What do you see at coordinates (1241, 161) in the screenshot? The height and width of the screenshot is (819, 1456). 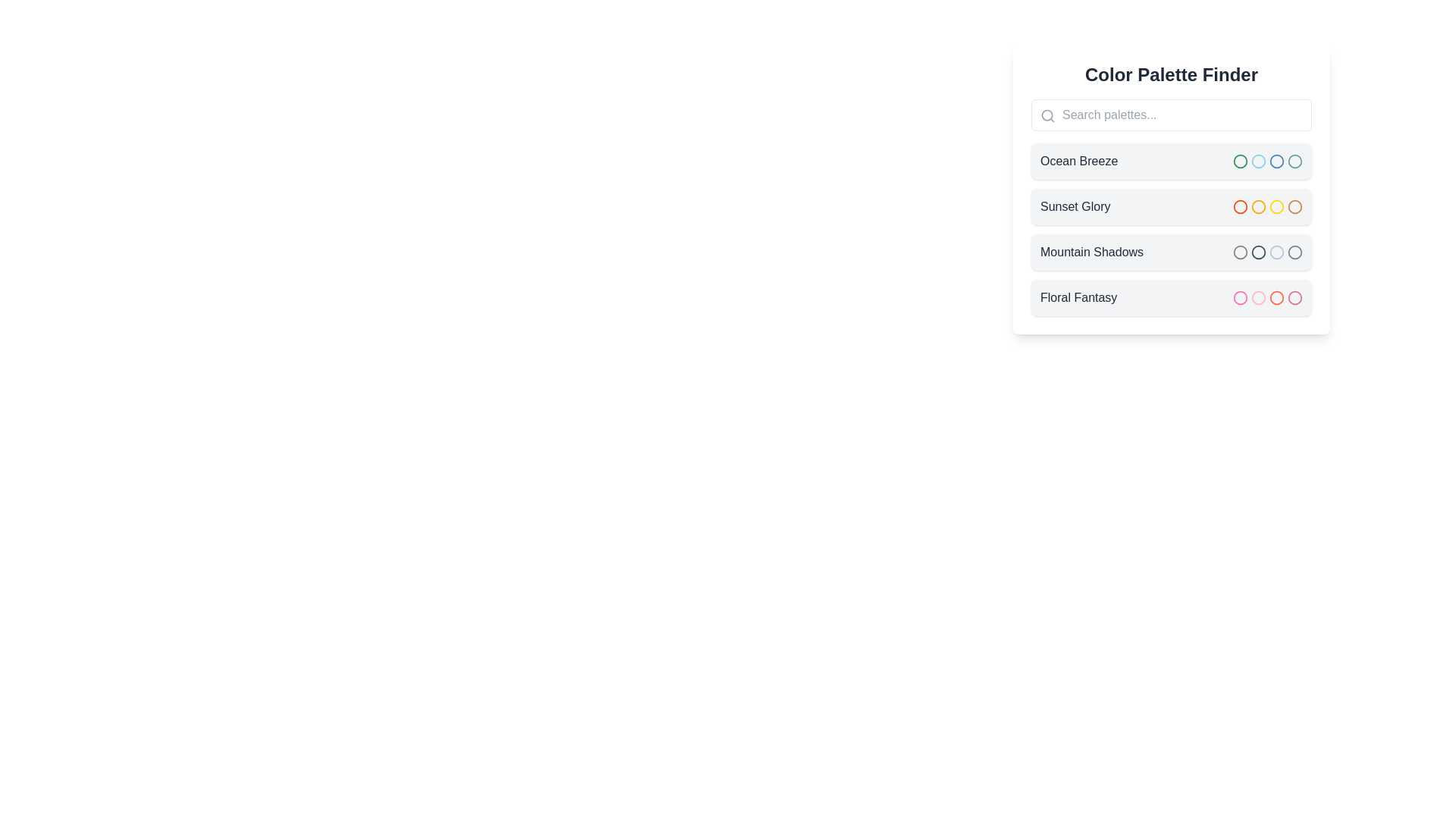 I see `the first circular icon in the 'Ocean Breeze' color palette` at bounding box center [1241, 161].